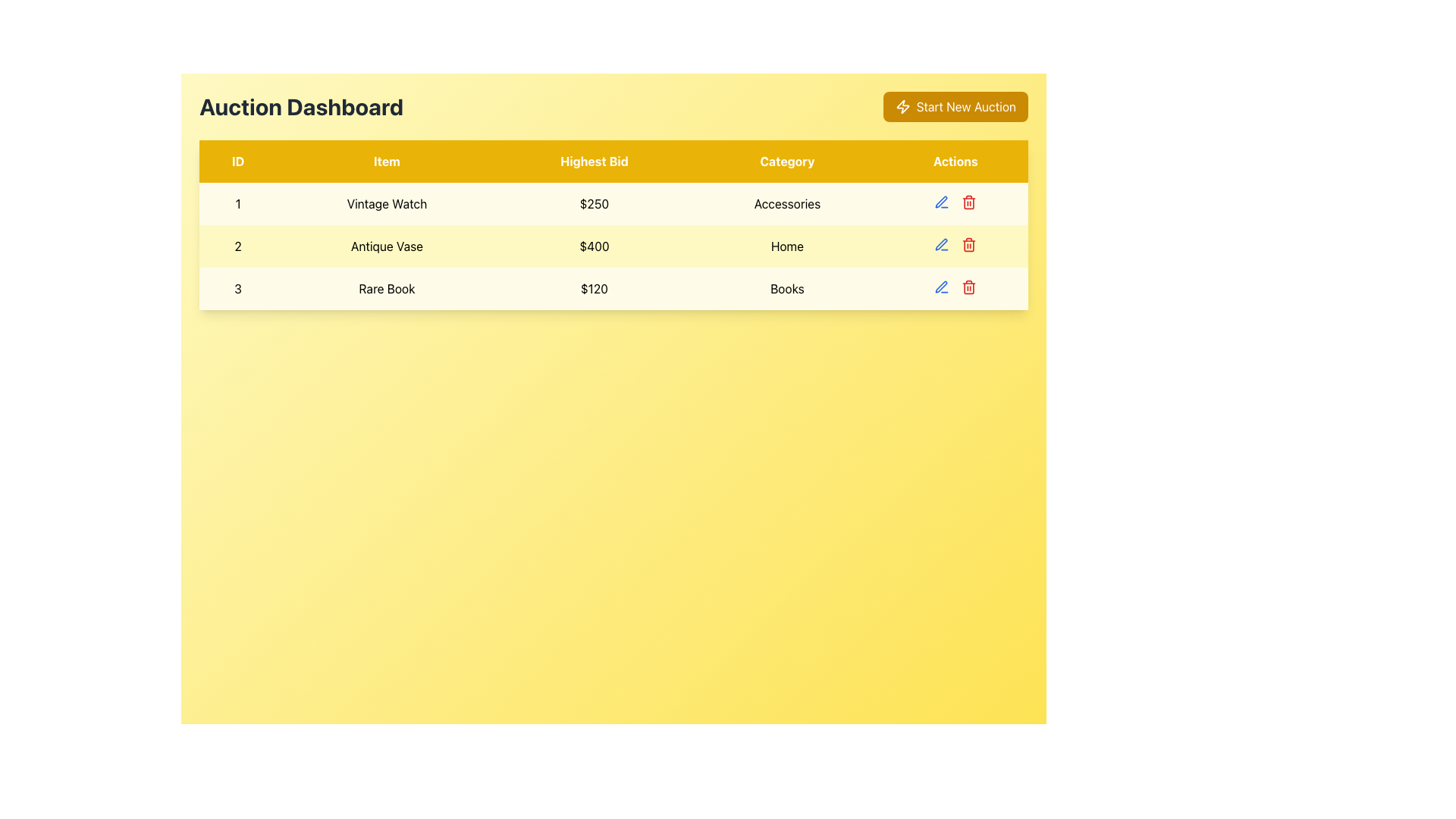  What do you see at coordinates (902, 106) in the screenshot?
I see `the icon associated with the 'Start New Auction' button, which is located in the top-right corner of the interface` at bounding box center [902, 106].